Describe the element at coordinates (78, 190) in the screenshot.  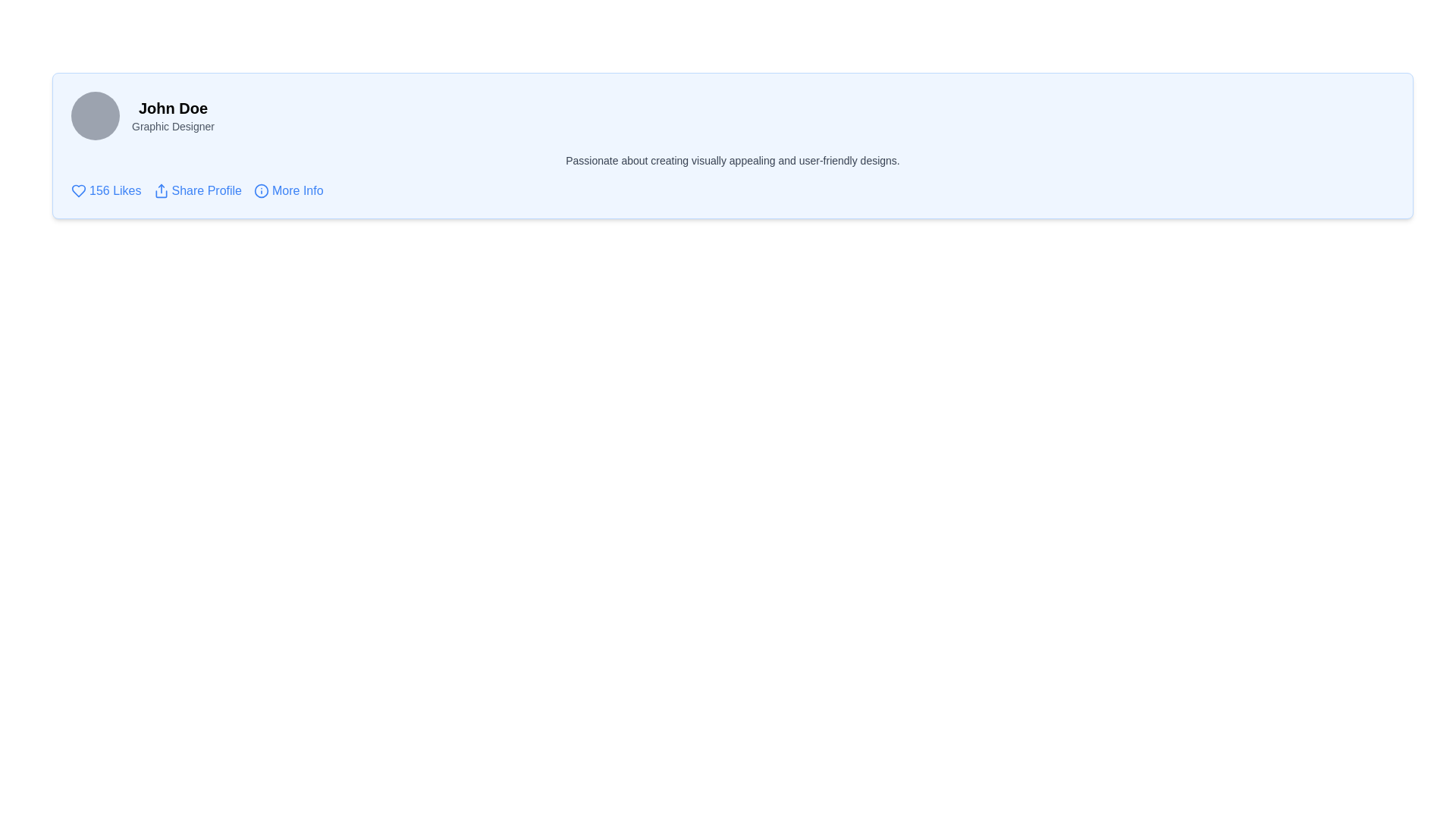
I see `the like icon located at the leftmost side of the '156 Likes' text to mark it as liked` at that location.